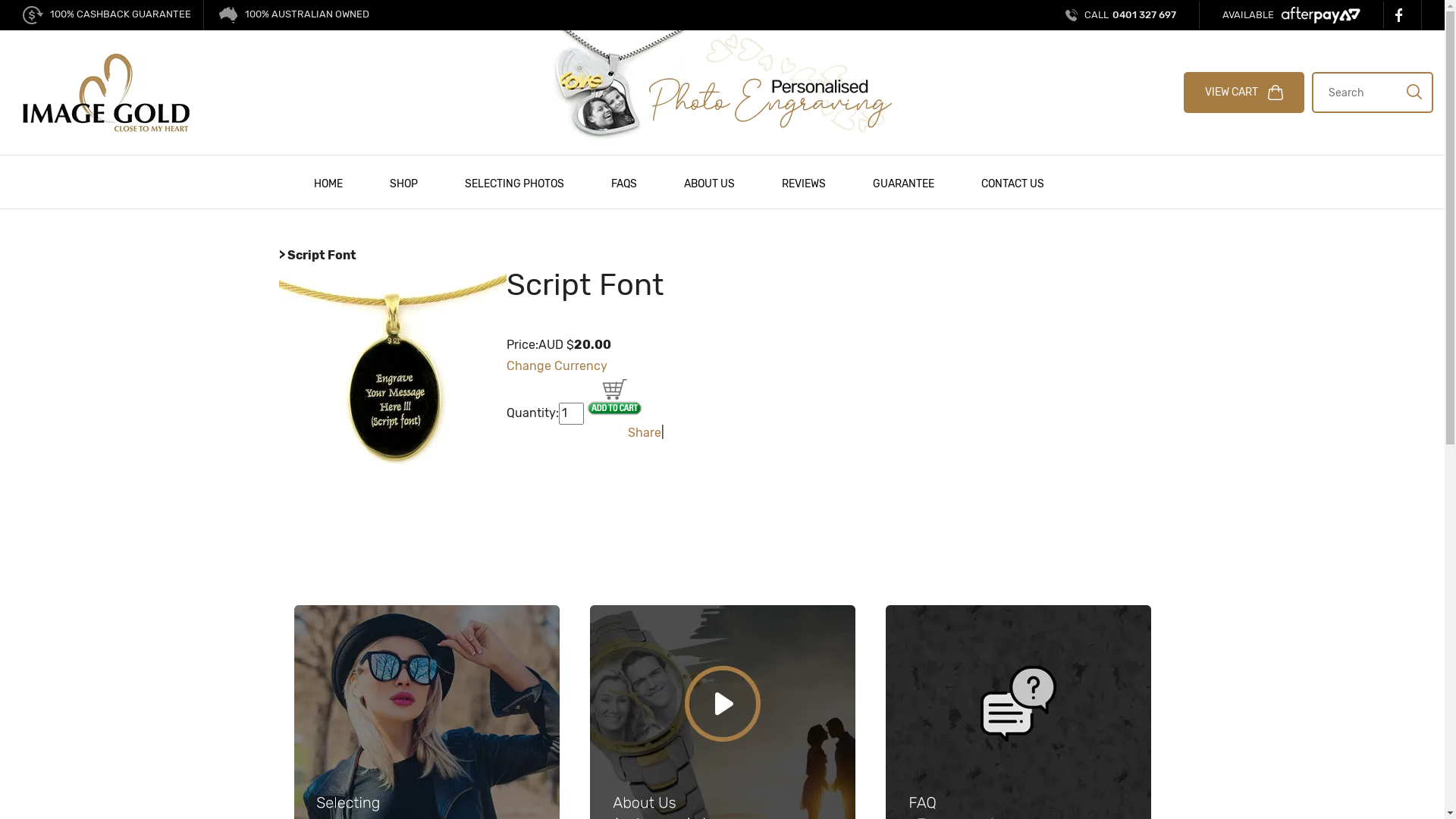 Image resolution: width=1456 pixels, height=819 pixels. Describe the element at coordinates (803, 181) in the screenshot. I see `'REVIEWS'` at that location.